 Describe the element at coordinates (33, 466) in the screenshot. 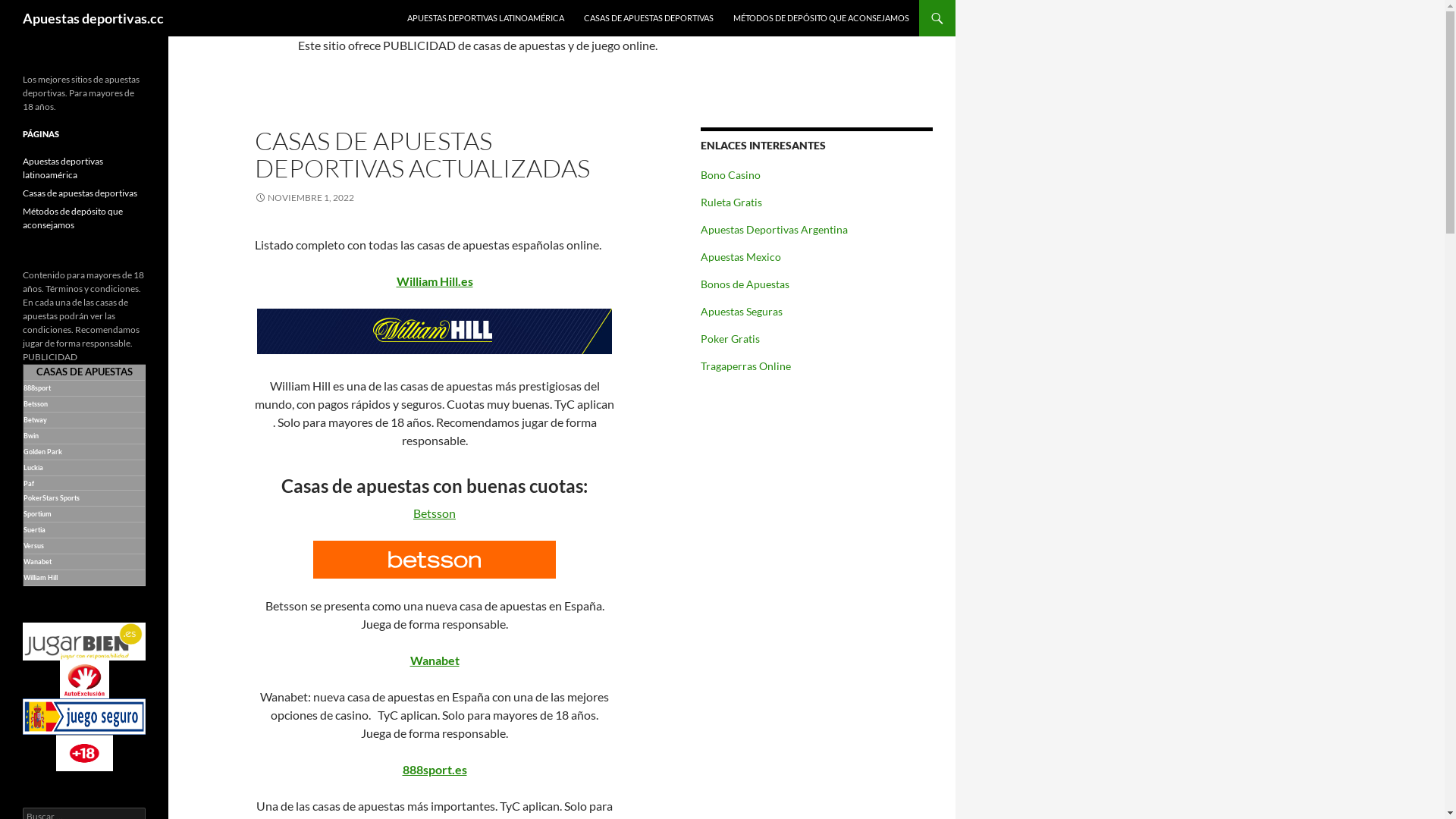

I see `'Luckia'` at that location.